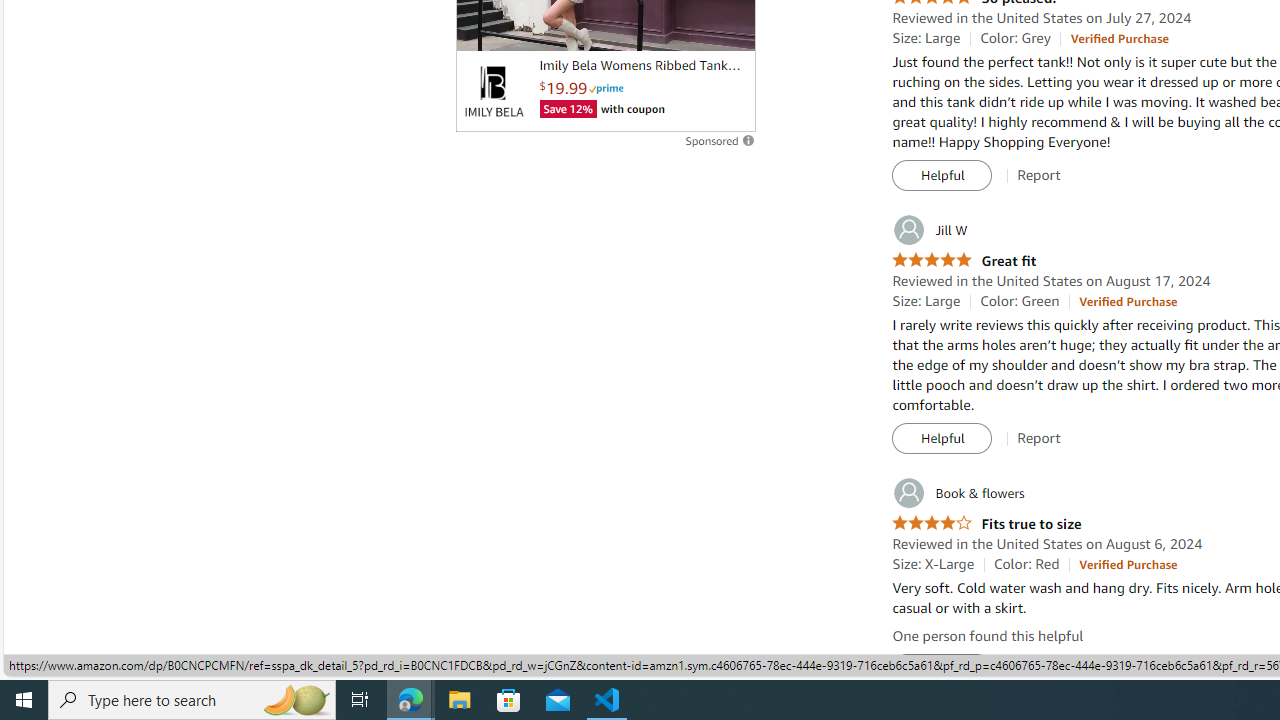  I want to click on '4.0 out of 5 stars Fits true to size', so click(986, 523).